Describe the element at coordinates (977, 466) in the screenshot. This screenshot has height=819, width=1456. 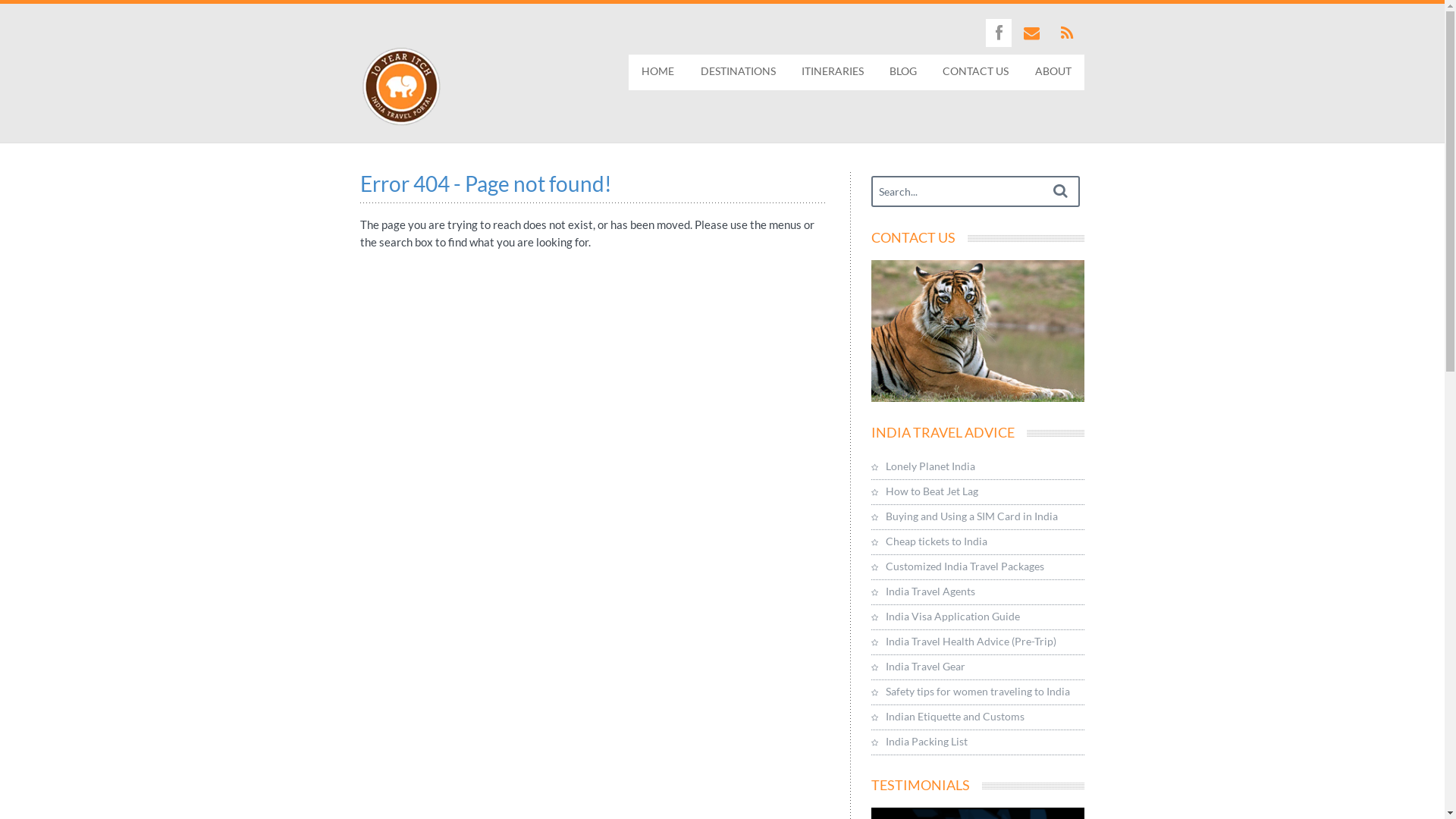
I see `'Lonely Planet India'` at that location.